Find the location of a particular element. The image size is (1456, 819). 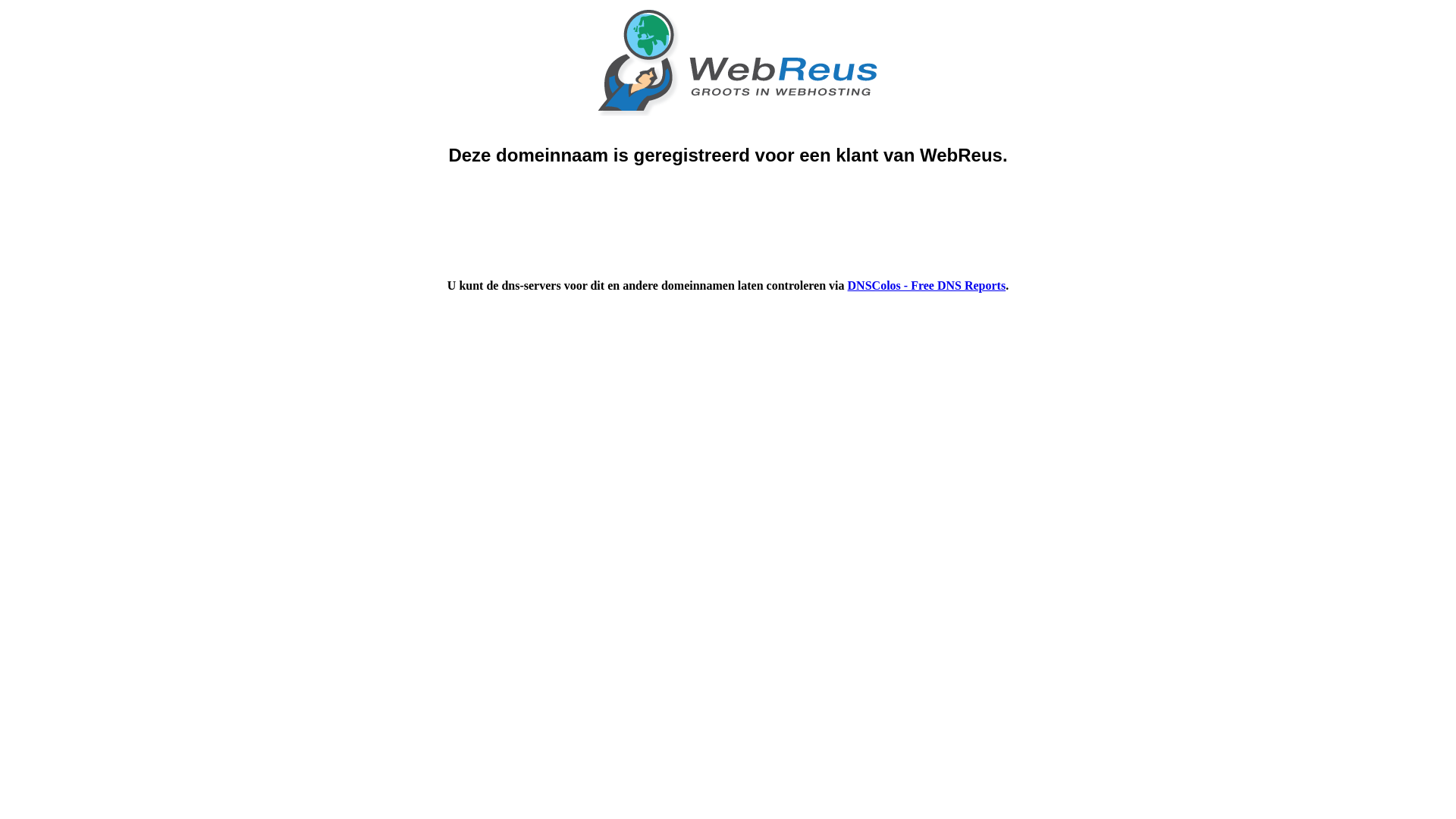

'DNSColos - Free DNS Reports' is located at coordinates (926, 285).